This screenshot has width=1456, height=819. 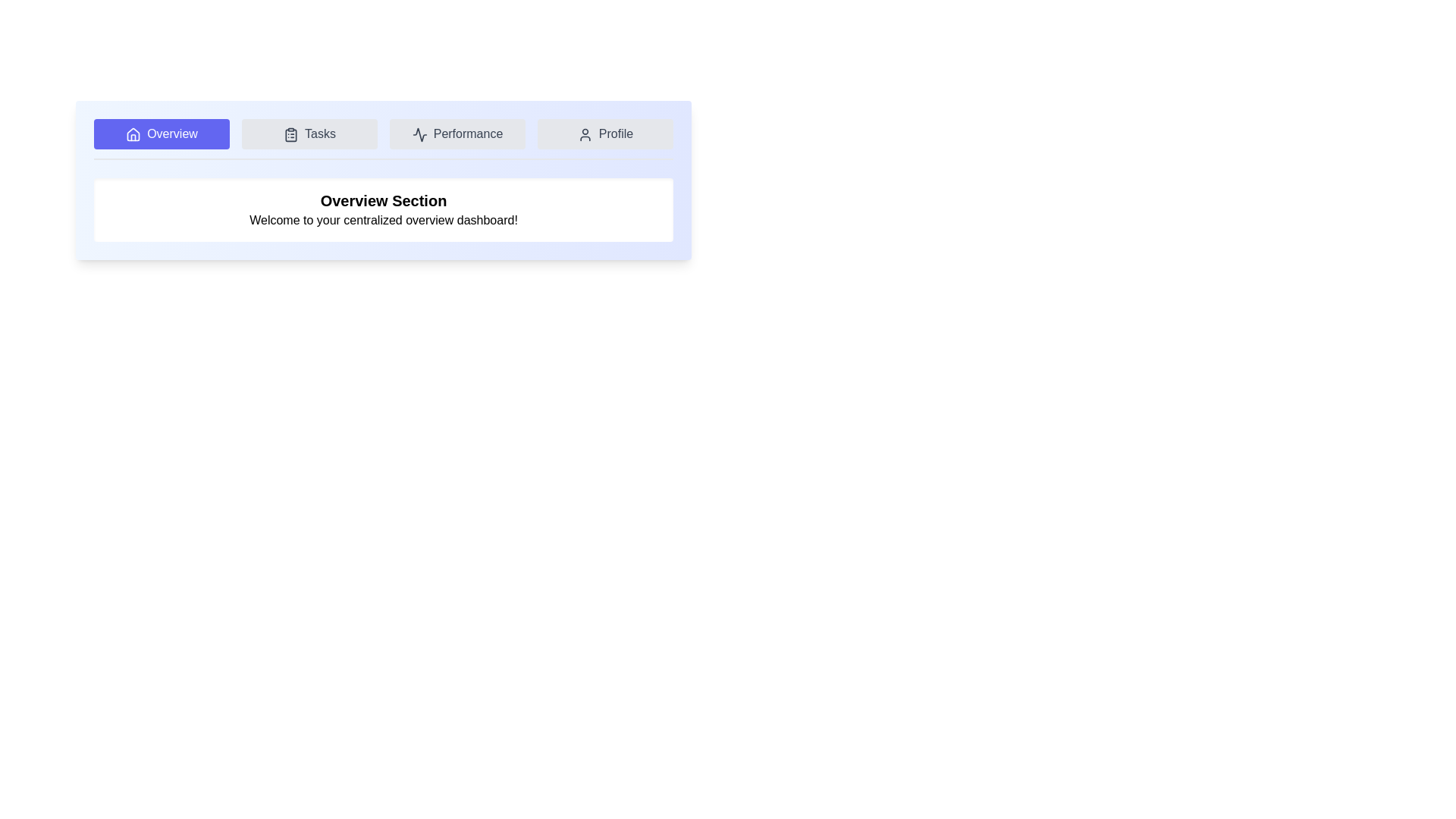 What do you see at coordinates (291, 134) in the screenshot?
I see `the clipboard list icon in the 'Tasks' section of the navigation bar, which is represented by an SVG with rounded edges and sectioning lines` at bounding box center [291, 134].